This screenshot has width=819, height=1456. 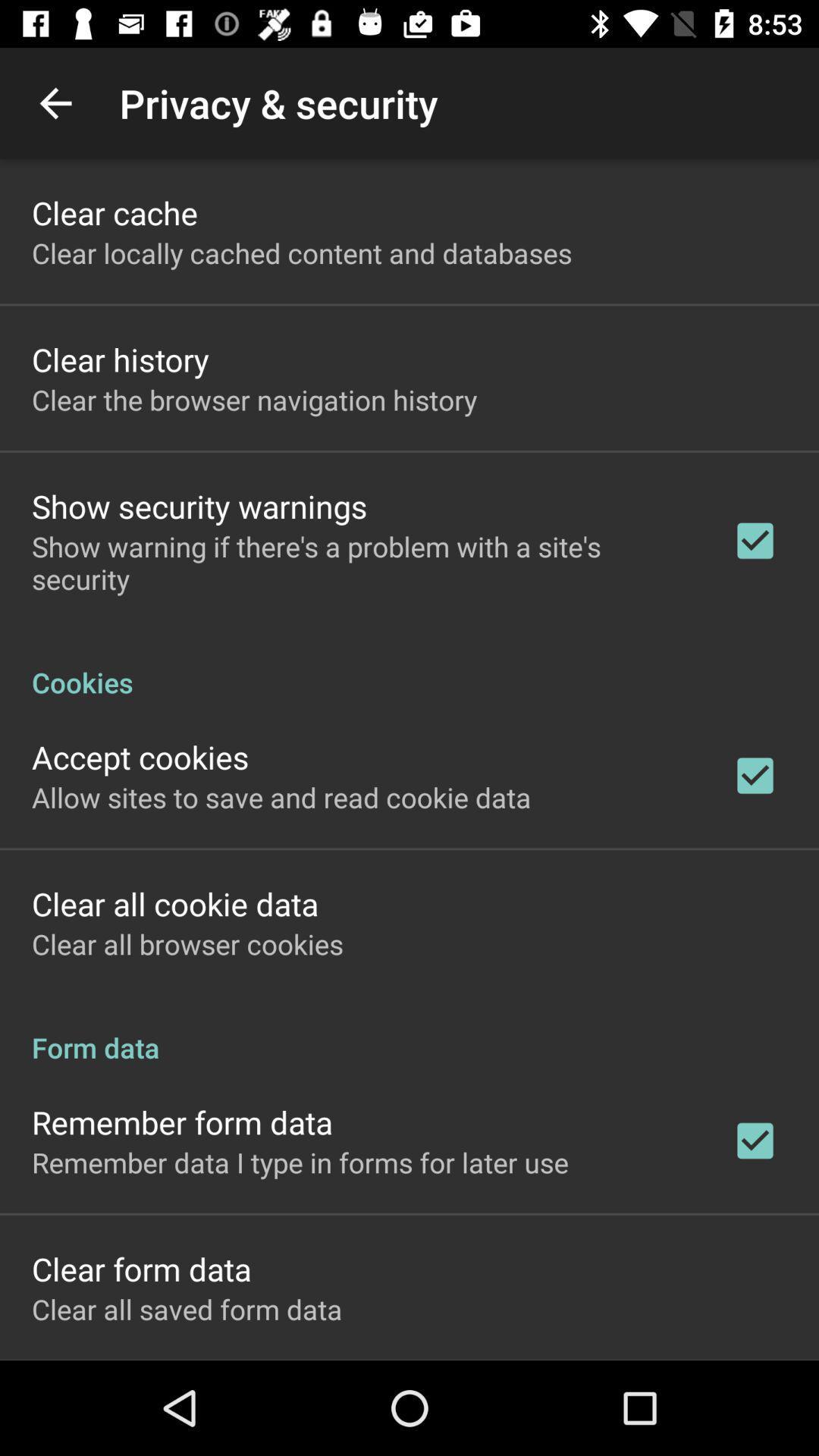 I want to click on show warning if item, so click(x=362, y=562).